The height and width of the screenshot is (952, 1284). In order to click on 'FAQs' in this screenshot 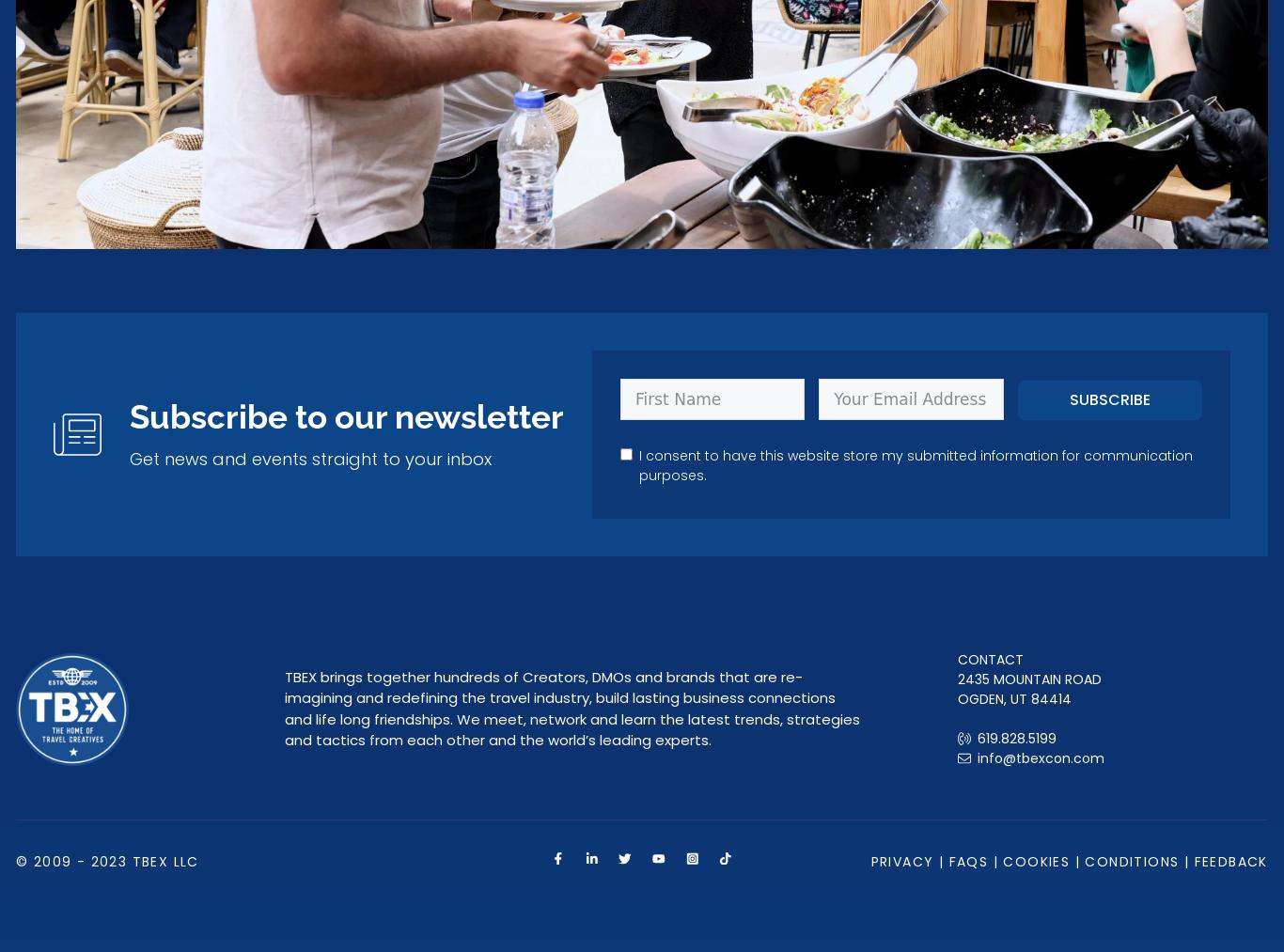, I will do `click(966, 860)`.